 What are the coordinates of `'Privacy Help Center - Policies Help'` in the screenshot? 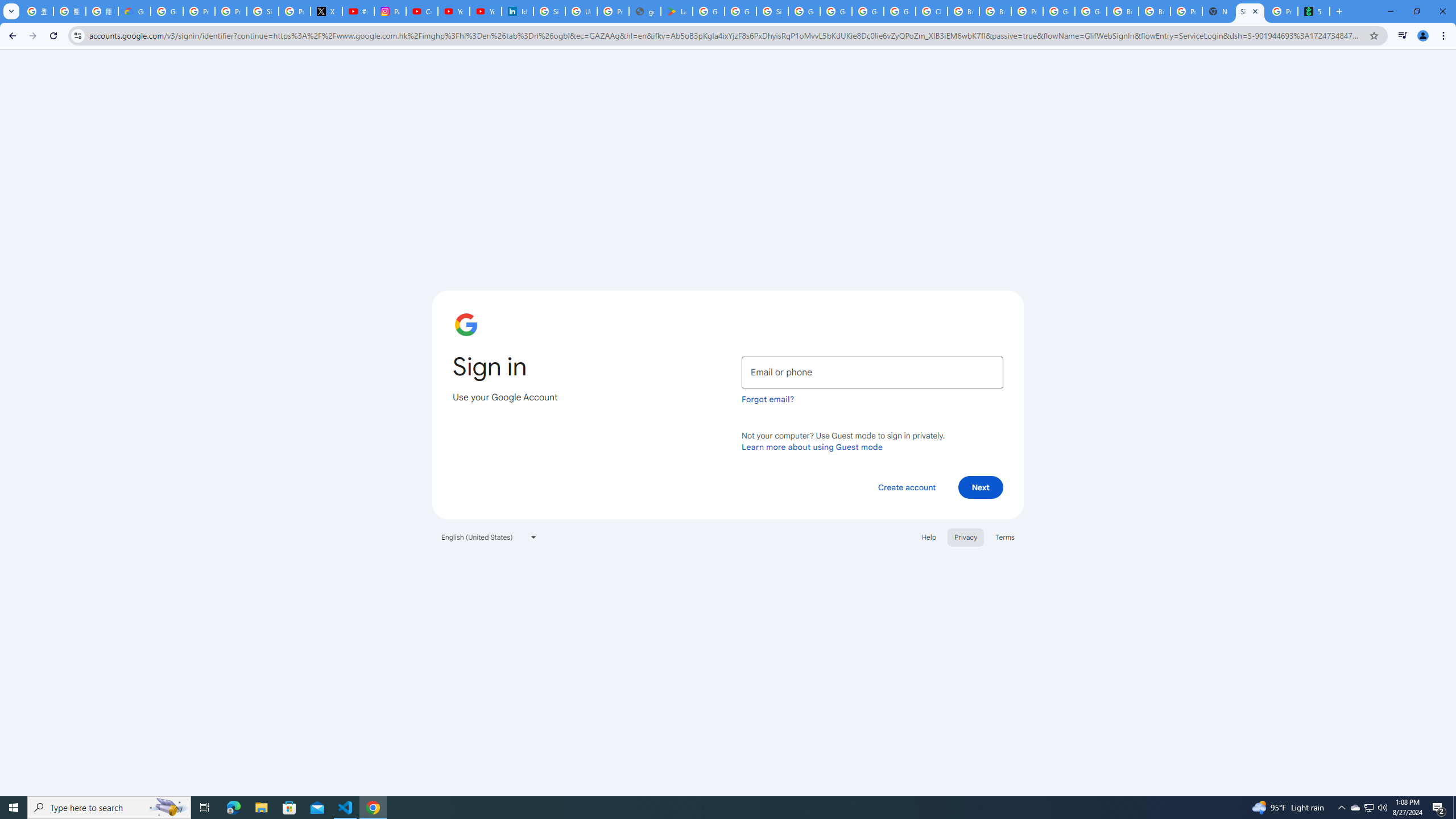 It's located at (230, 11).